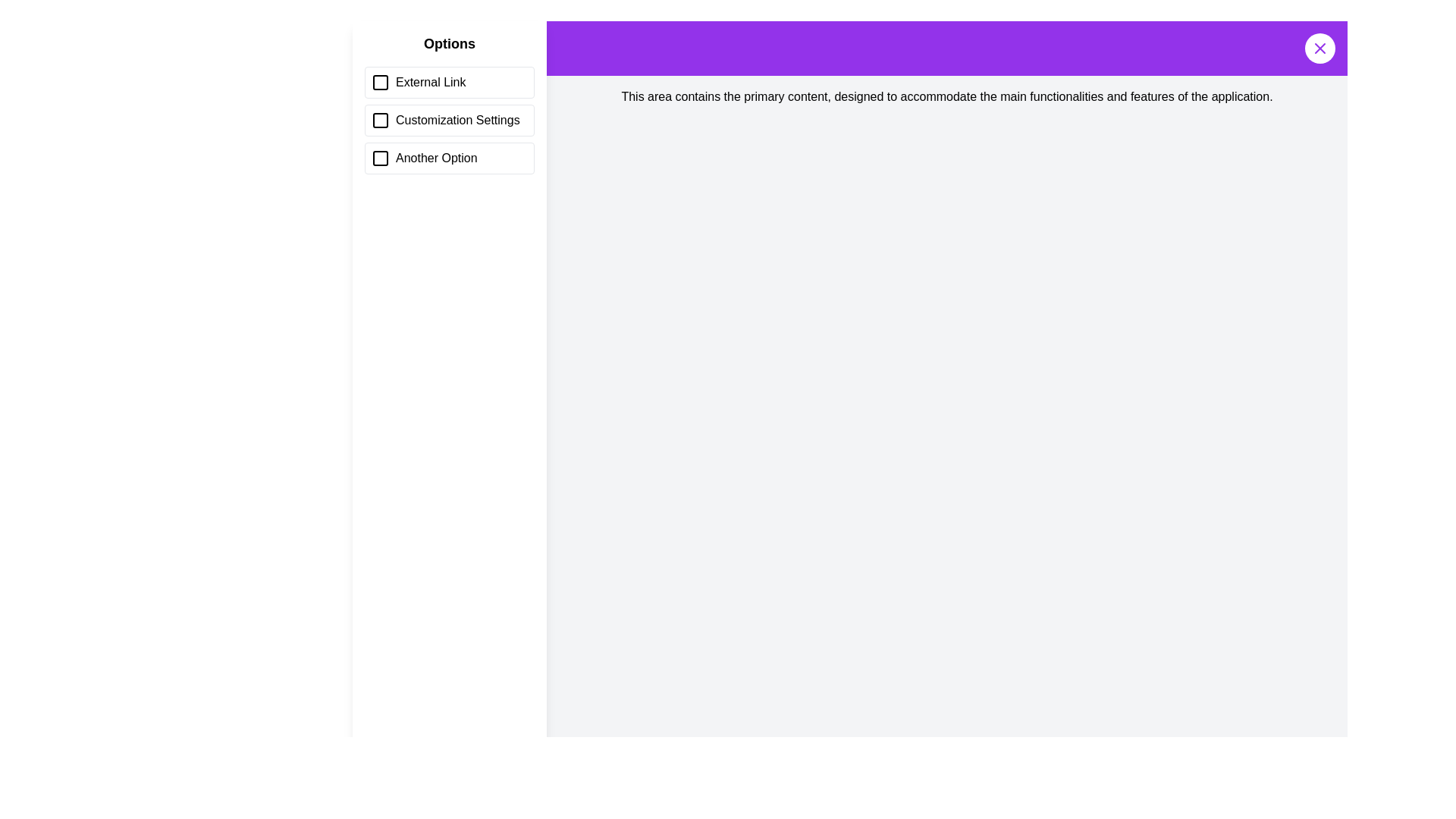 The height and width of the screenshot is (819, 1456). What do you see at coordinates (381, 119) in the screenshot?
I see `the small black square icon with a hollow center, located to the left of 'Customization Settings'` at bounding box center [381, 119].